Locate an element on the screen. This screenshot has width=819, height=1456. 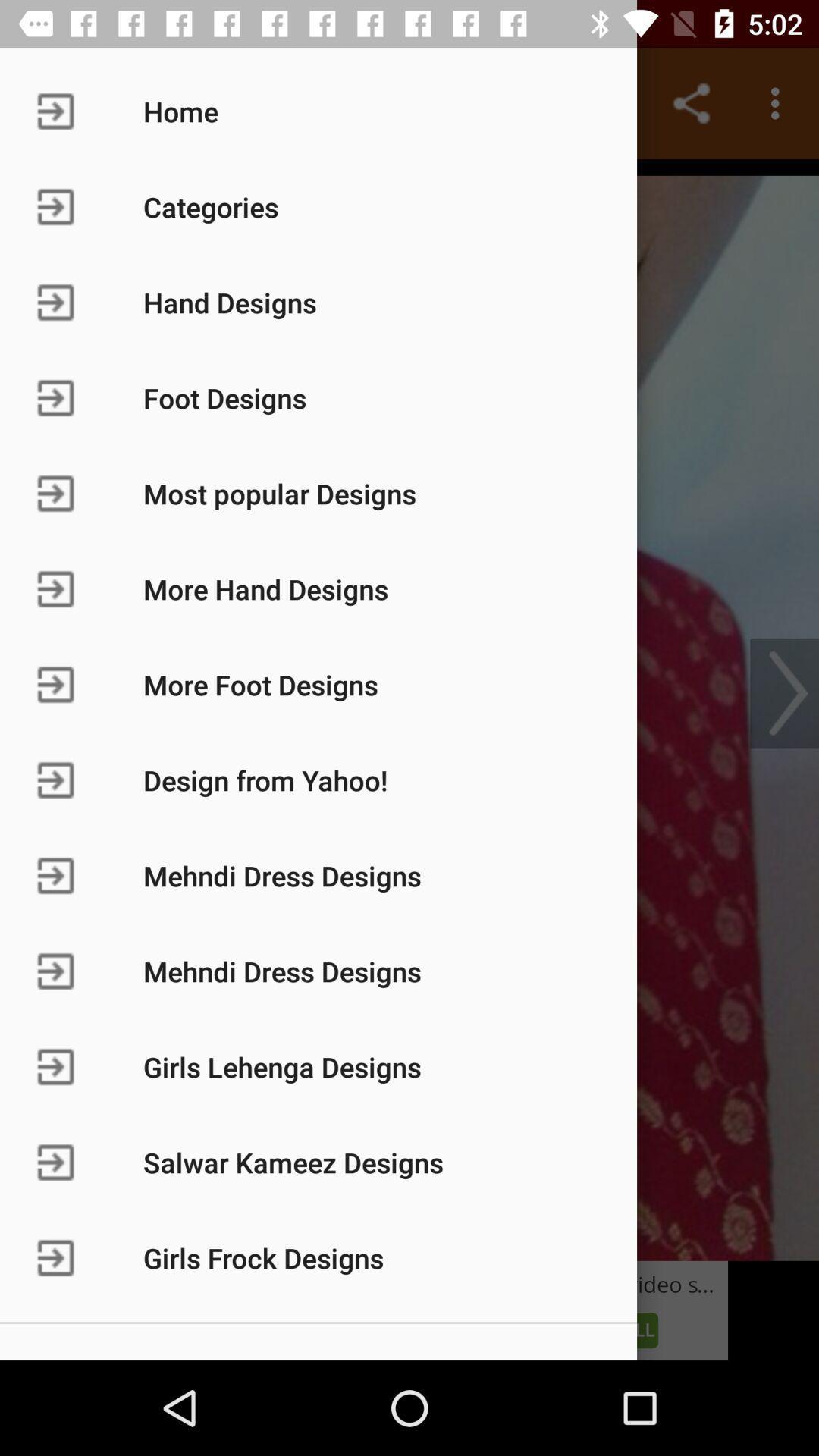
various options to select is located at coordinates (409, 709).